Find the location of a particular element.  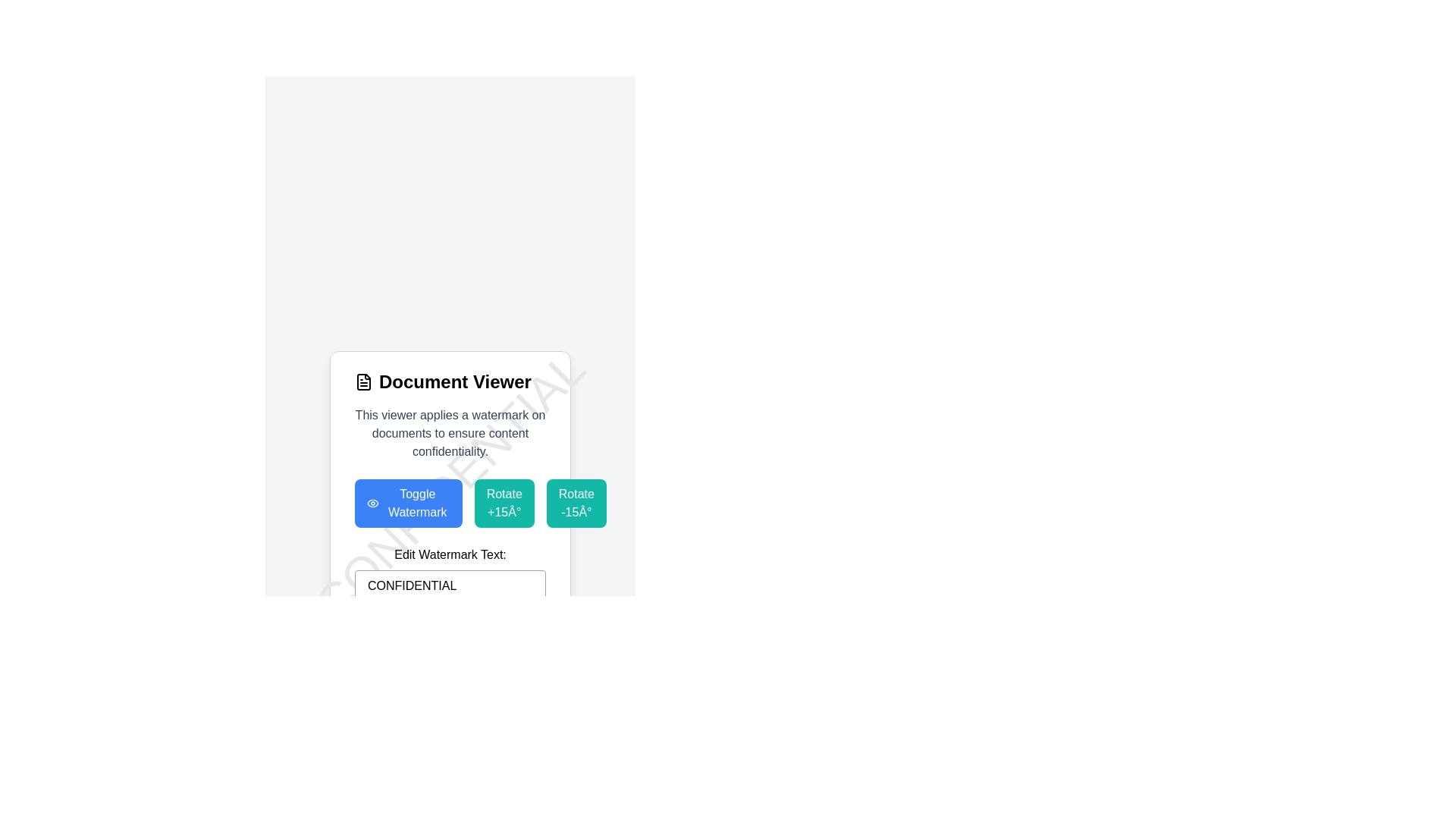

the text label that displays 'Edit Watermark Text:' located prominently above the interactive text input field in the 'mt-6' section is located at coordinates (450, 555).